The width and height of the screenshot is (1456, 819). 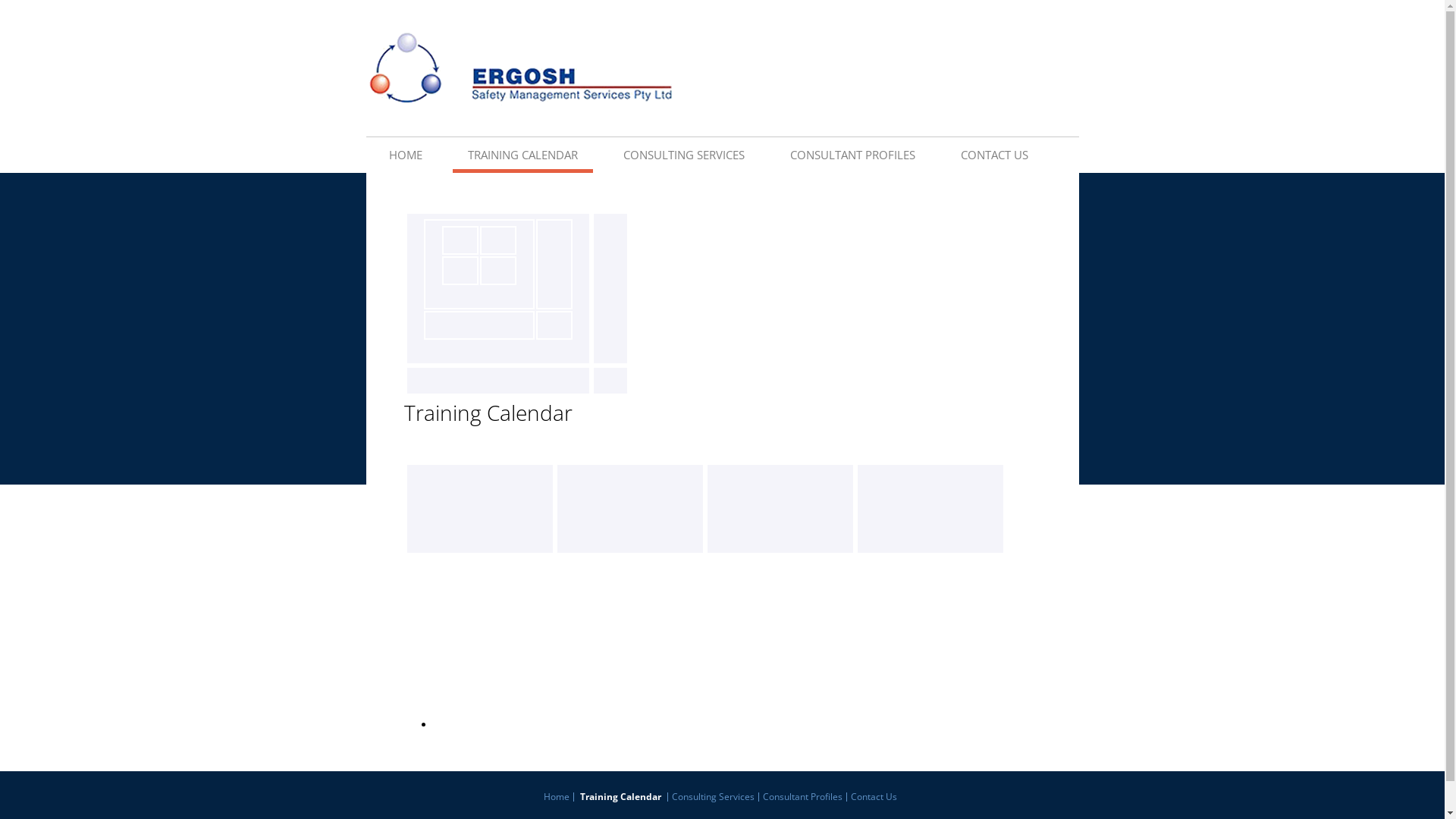 What do you see at coordinates (874, 795) in the screenshot?
I see `'Contact Us'` at bounding box center [874, 795].